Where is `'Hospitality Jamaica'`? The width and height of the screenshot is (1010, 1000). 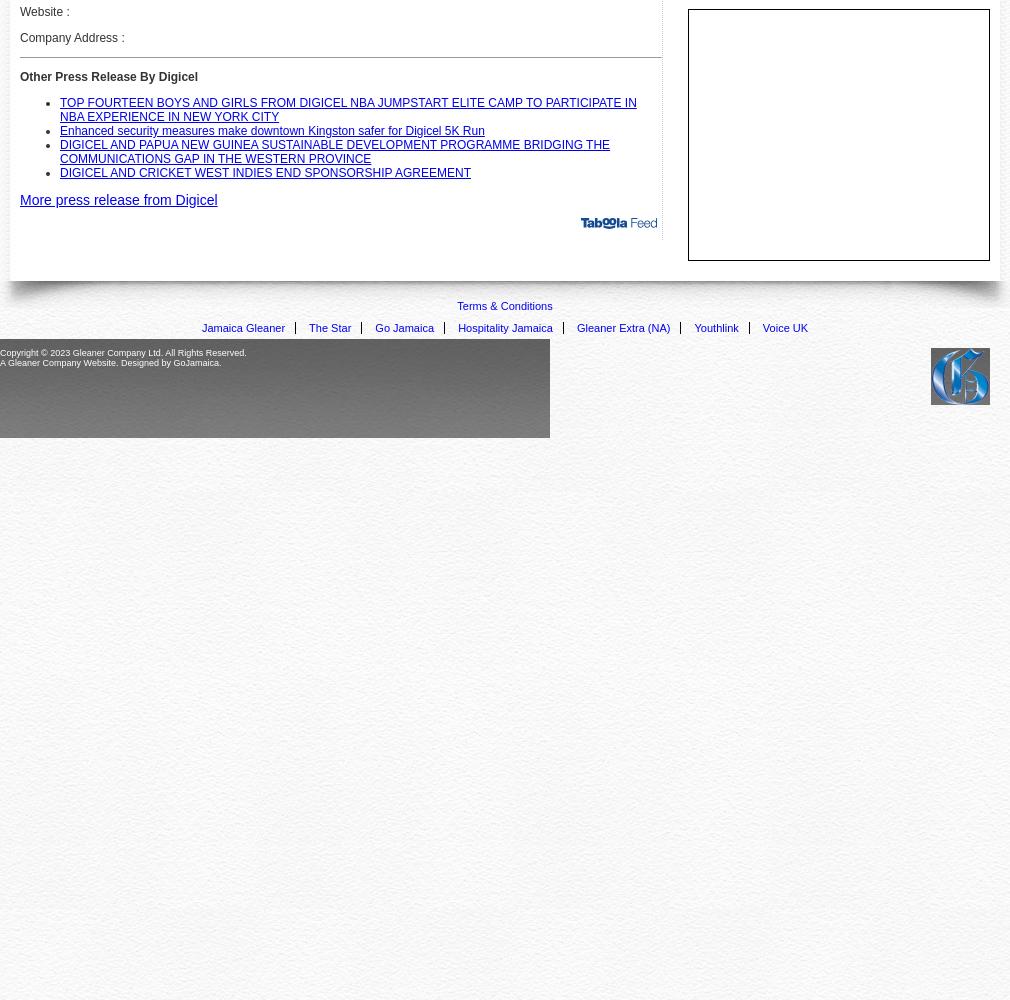
'Hospitality Jamaica' is located at coordinates (505, 327).